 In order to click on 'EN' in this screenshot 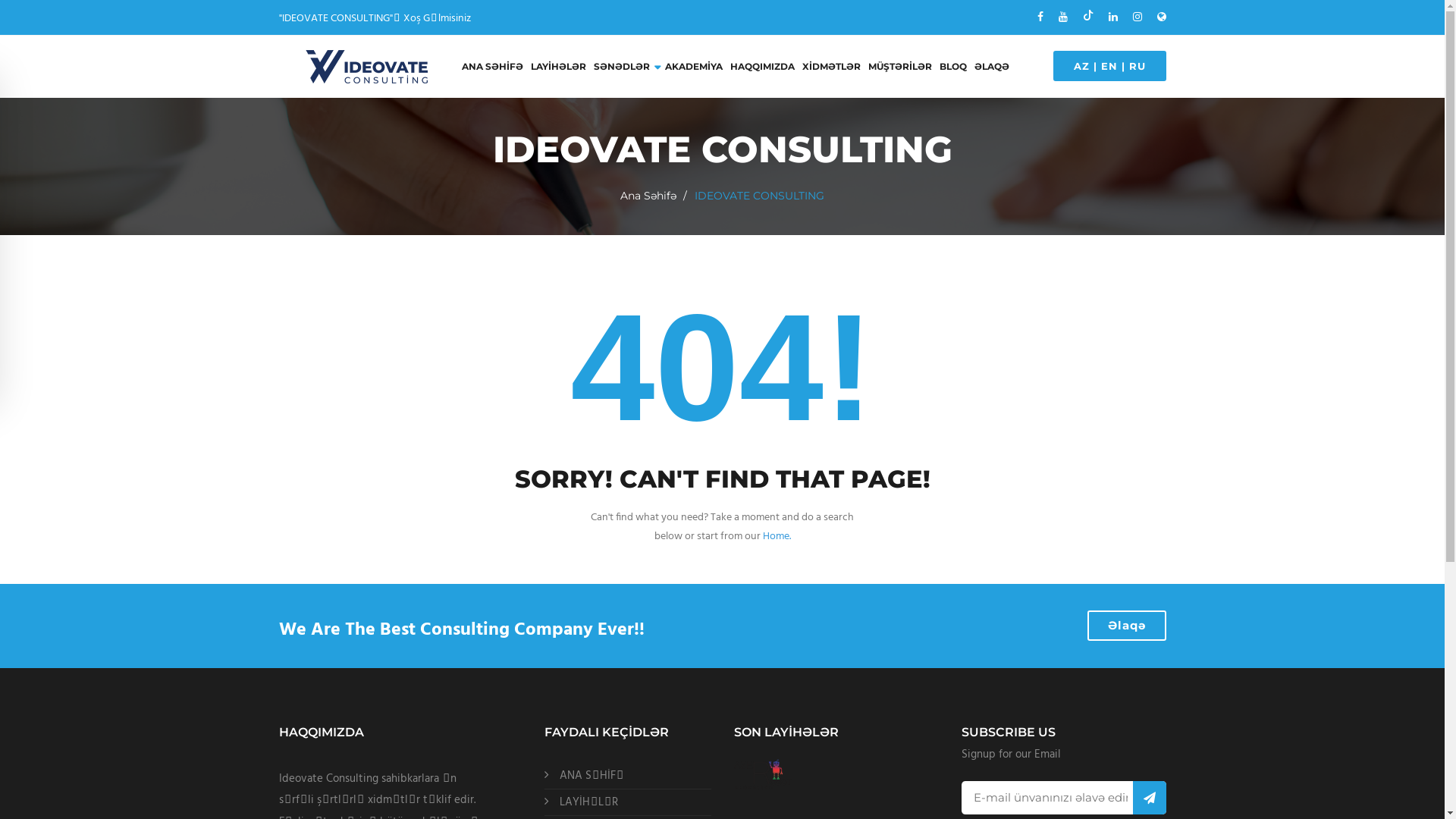, I will do `click(1109, 65)`.